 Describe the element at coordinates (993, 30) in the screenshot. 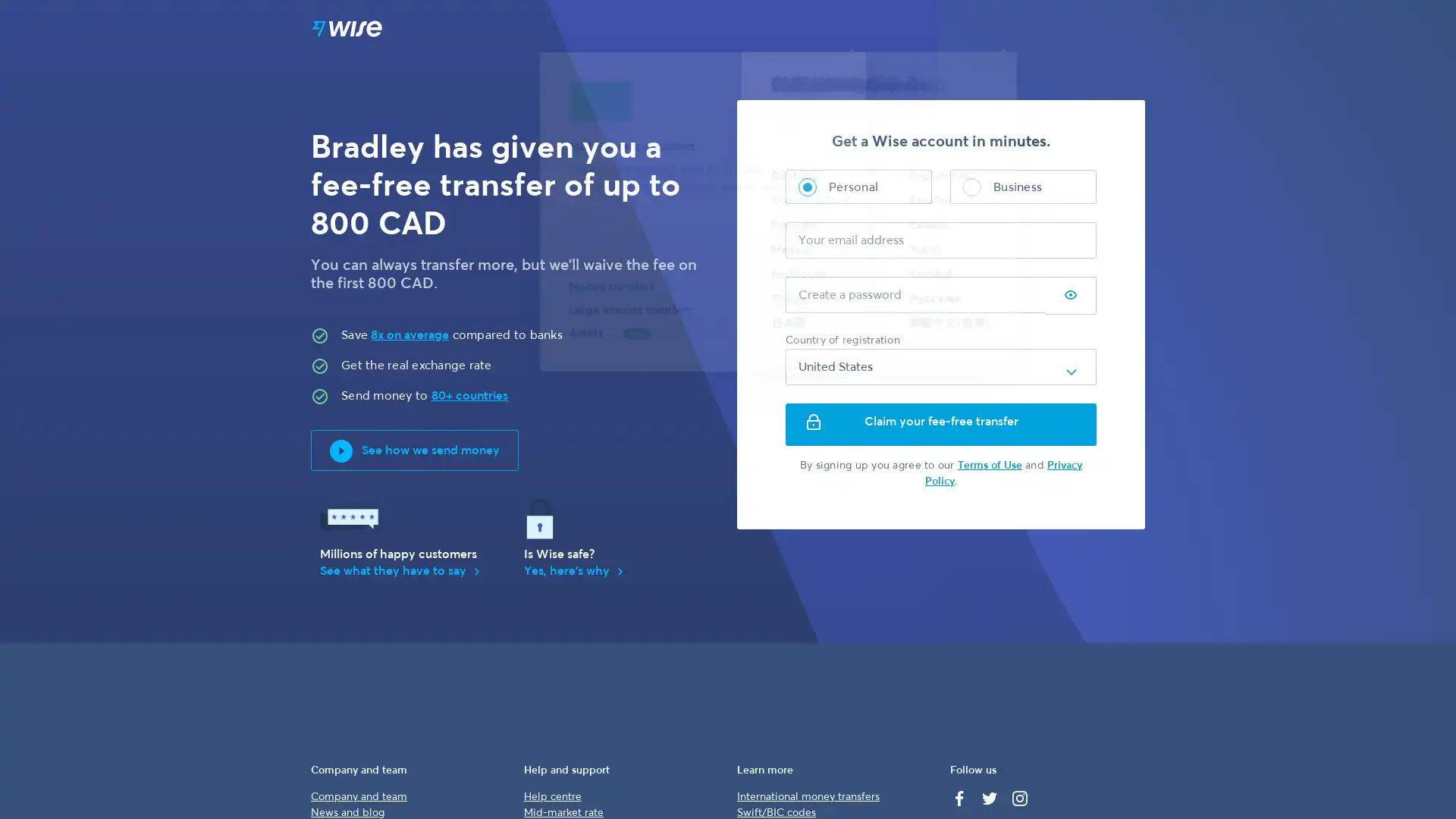

I see `EN` at that location.